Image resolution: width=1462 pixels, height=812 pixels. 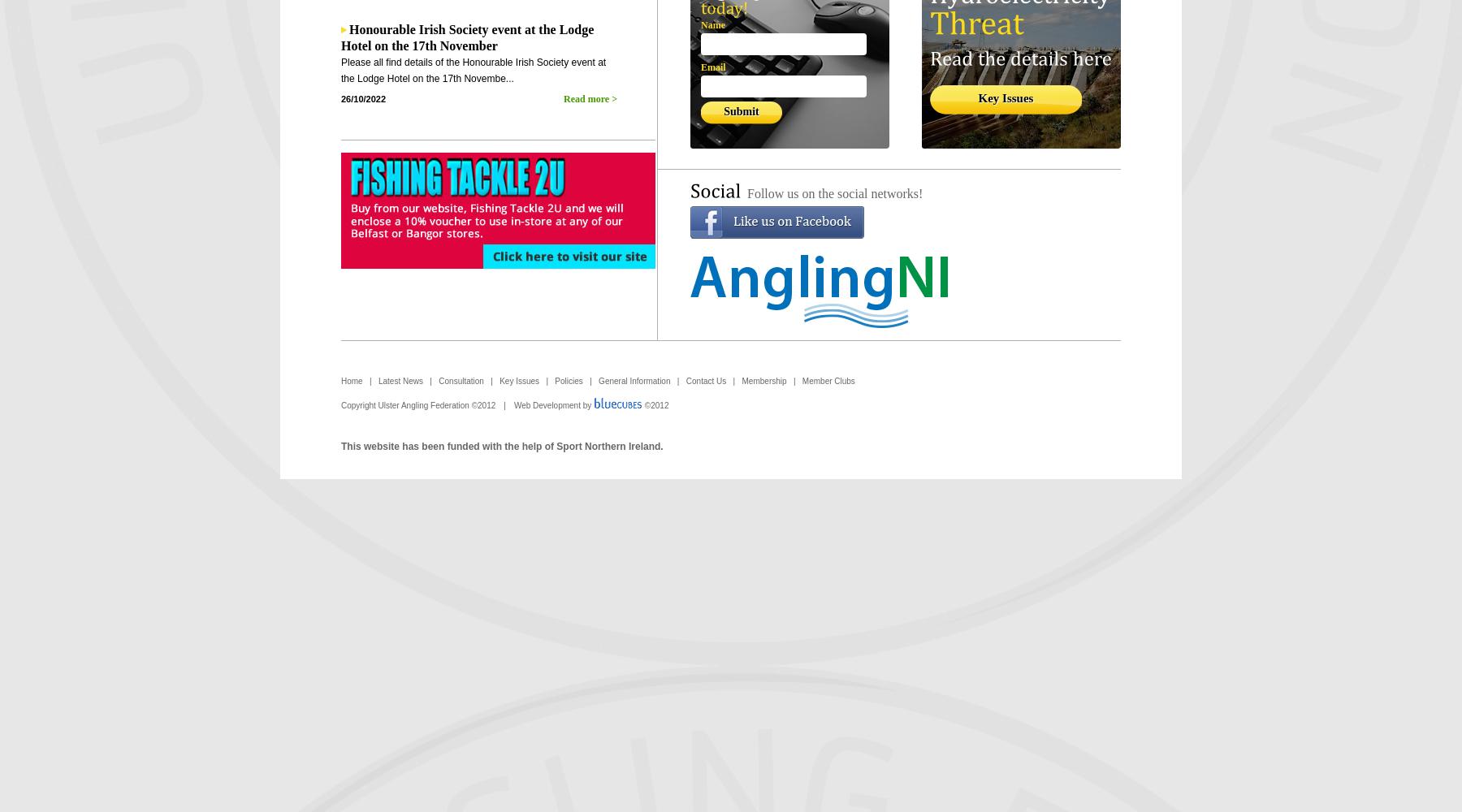 What do you see at coordinates (579, 404) in the screenshot?
I see `'by'` at bounding box center [579, 404].